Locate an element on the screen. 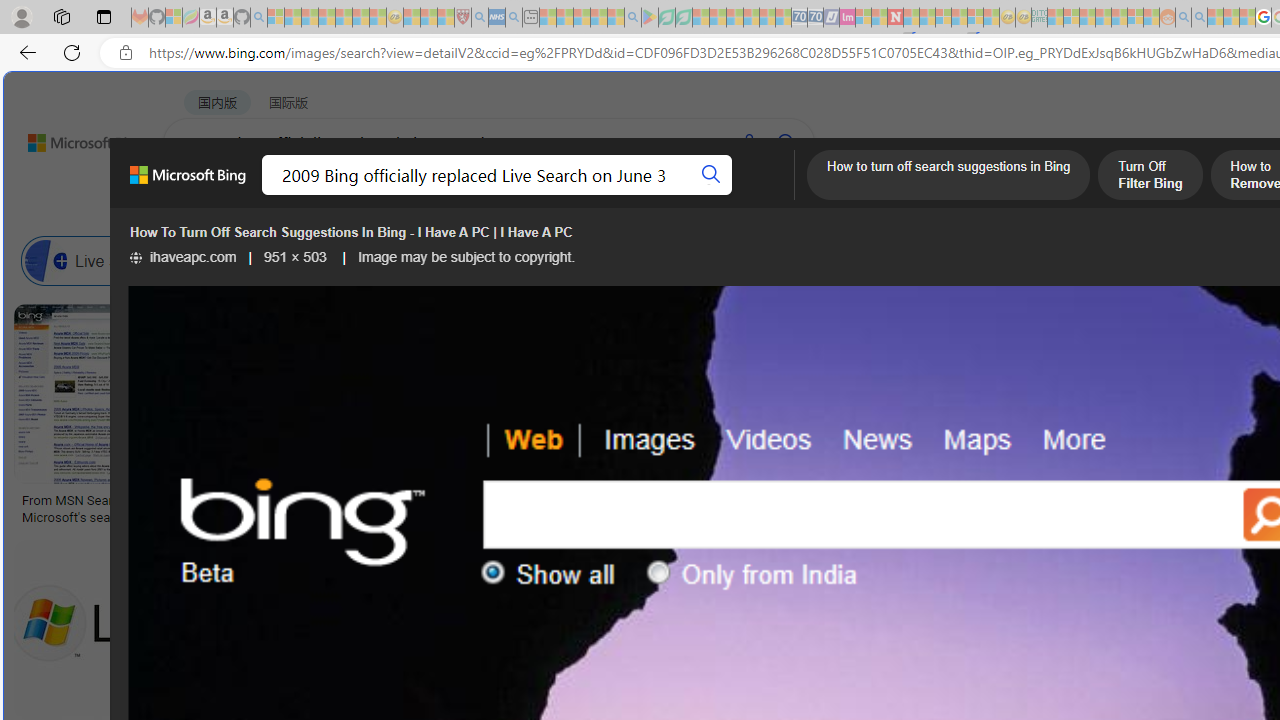 This screenshot has width=1280, height=720. 'DICT' is located at coordinates (717, 195).